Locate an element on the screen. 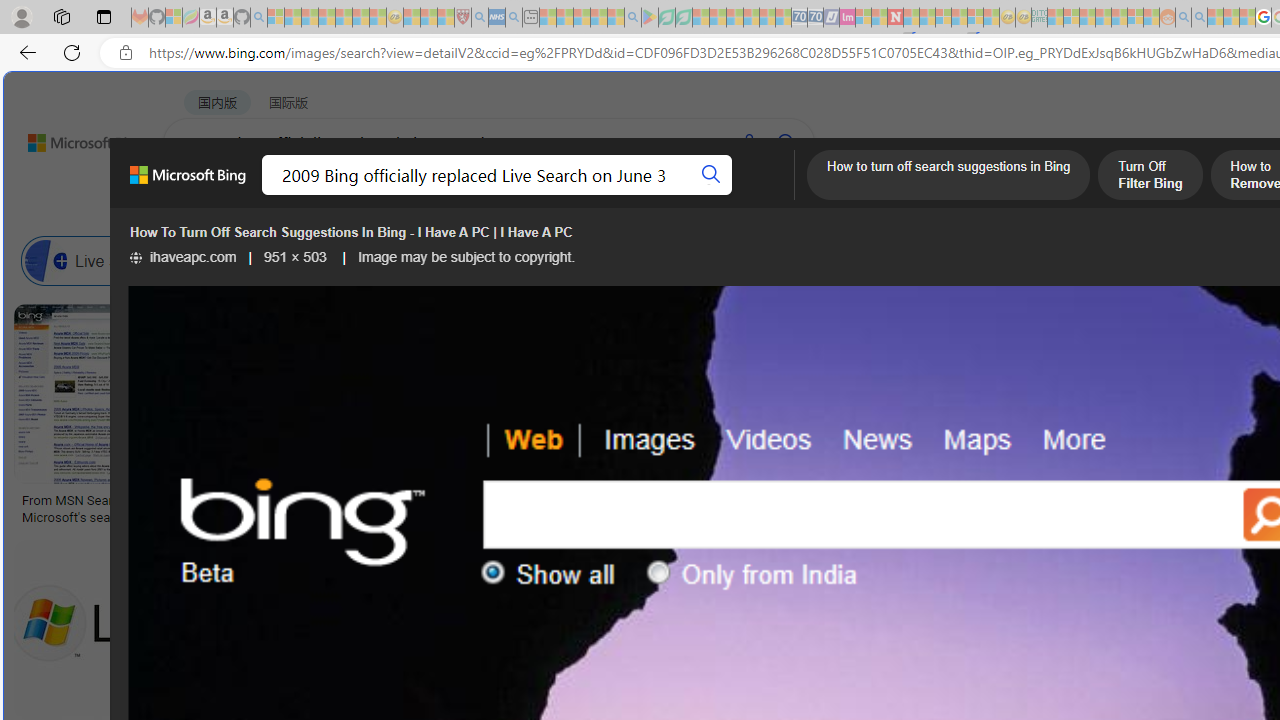 This screenshot has width=1280, height=720. 'DICT' is located at coordinates (717, 195).